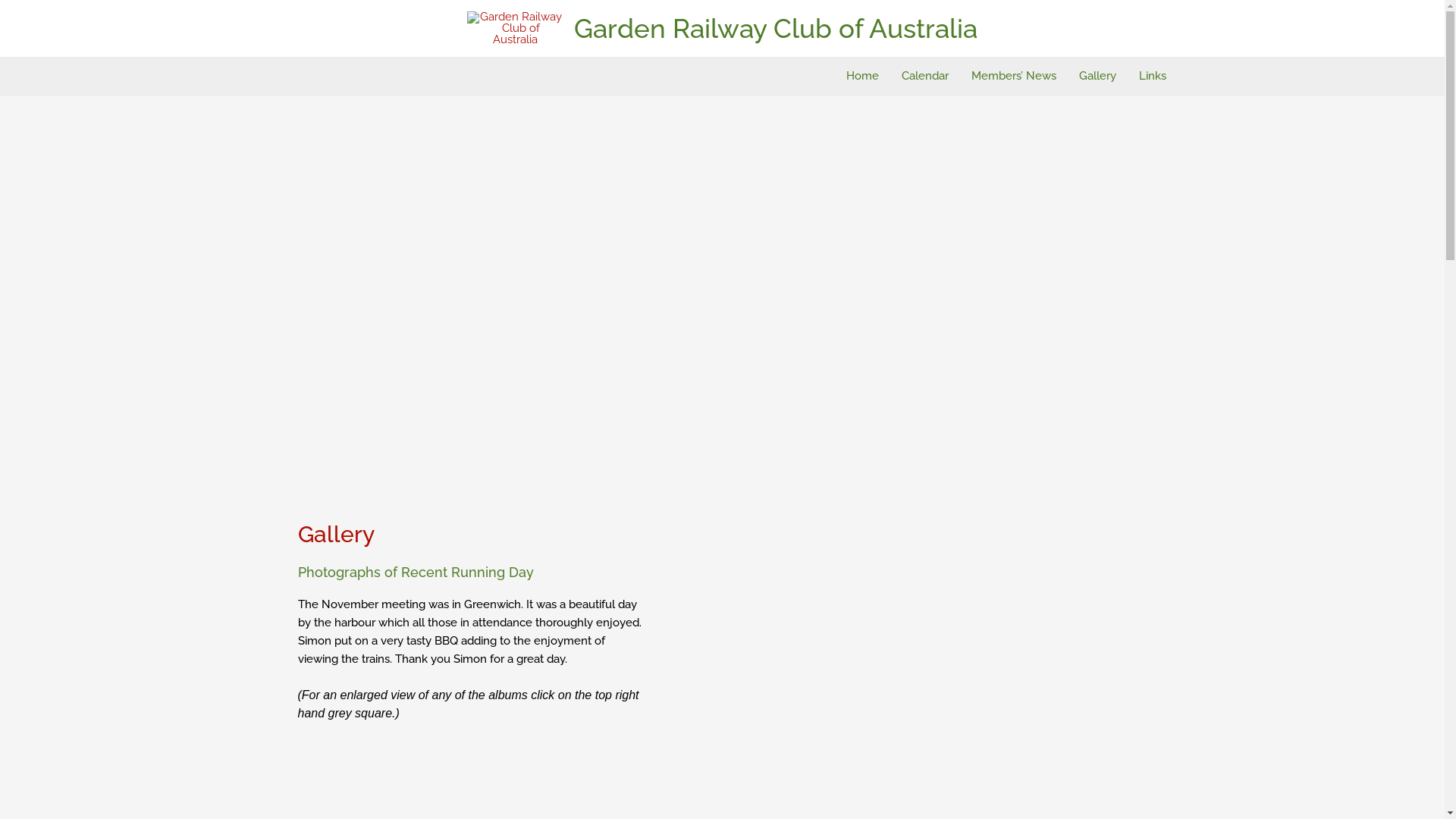 This screenshot has height=819, width=1456. What do you see at coordinates (573, 27) in the screenshot?
I see `'Garden Railway Club of Australia'` at bounding box center [573, 27].